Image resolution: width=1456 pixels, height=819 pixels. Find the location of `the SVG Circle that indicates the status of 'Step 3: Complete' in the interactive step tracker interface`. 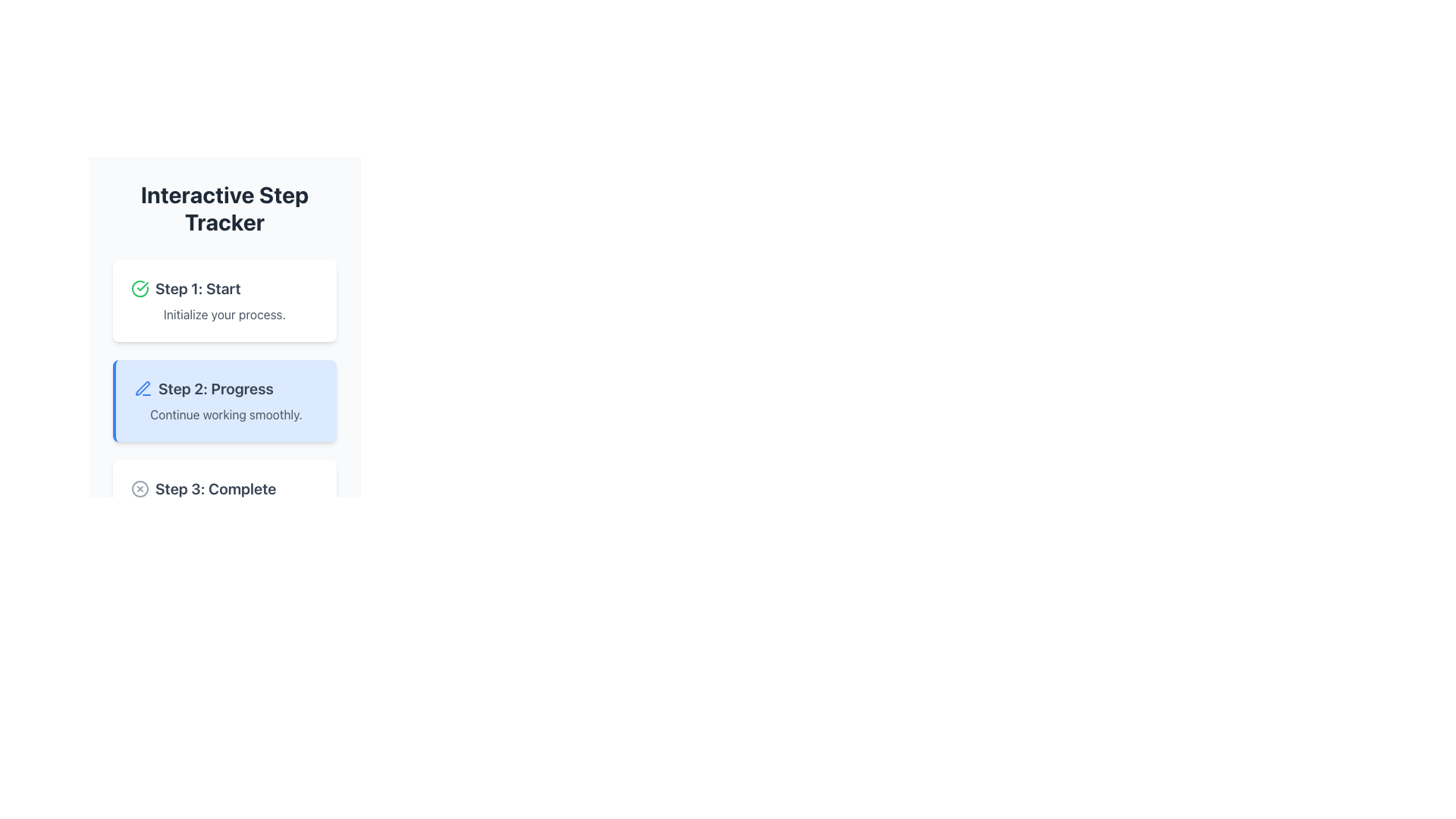

the SVG Circle that indicates the status of 'Step 3: Complete' in the interactive step tracker interface is located at coordinates (140, 488).